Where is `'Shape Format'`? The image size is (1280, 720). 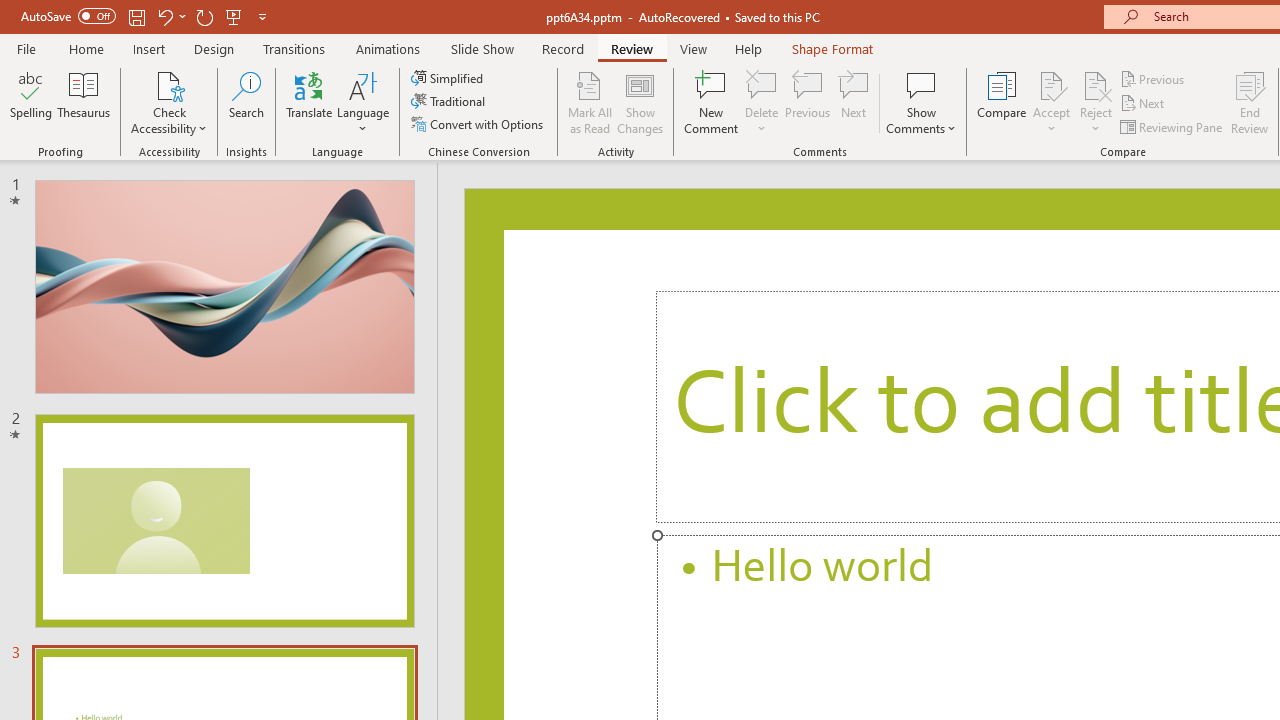 'Shape Format' is located at coordinates (832, 48).